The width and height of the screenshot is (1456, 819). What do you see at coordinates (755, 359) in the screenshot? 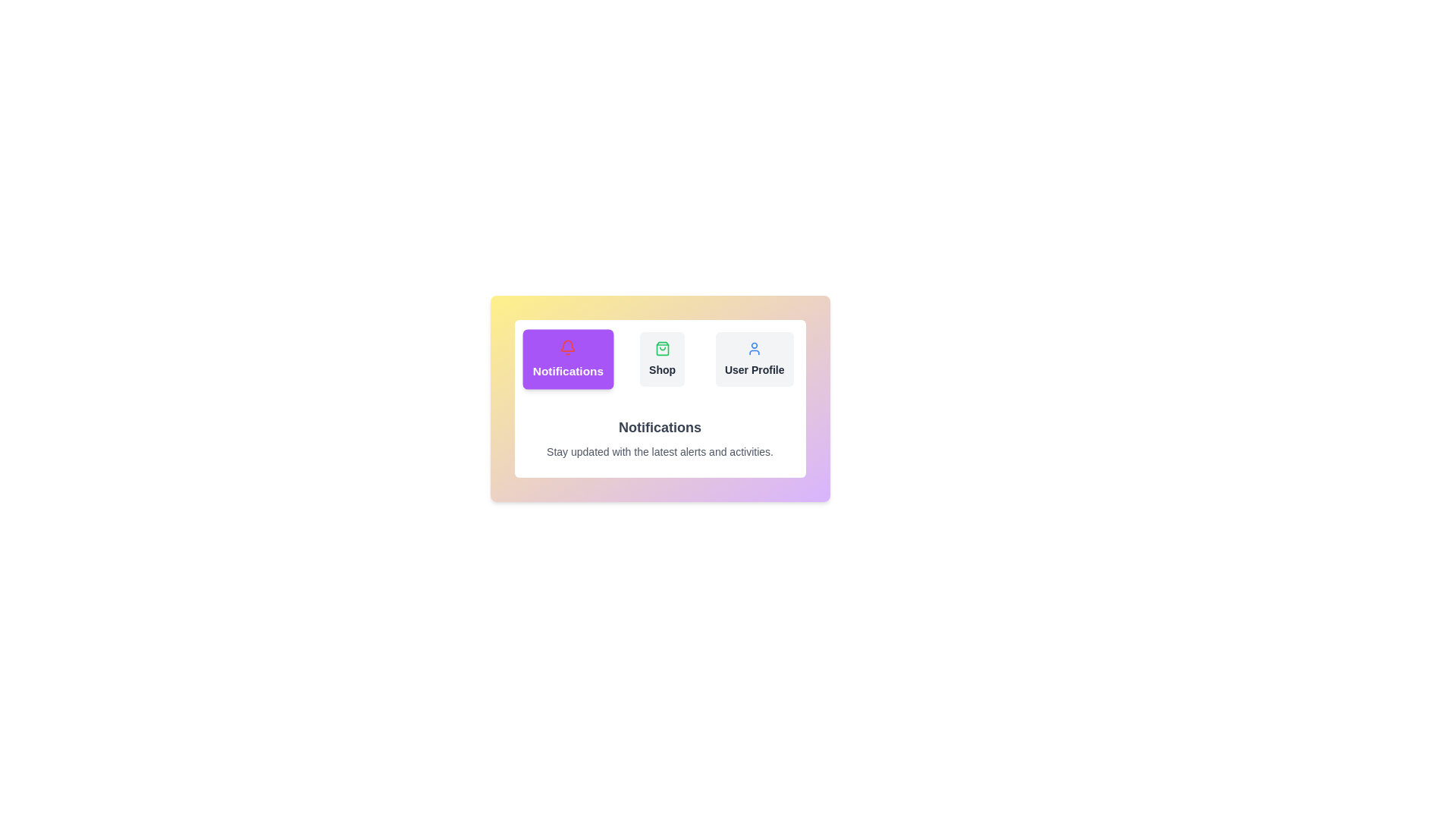
I see `the tab labeled User Profile to switch the active content` at bounding box center [755, 359].